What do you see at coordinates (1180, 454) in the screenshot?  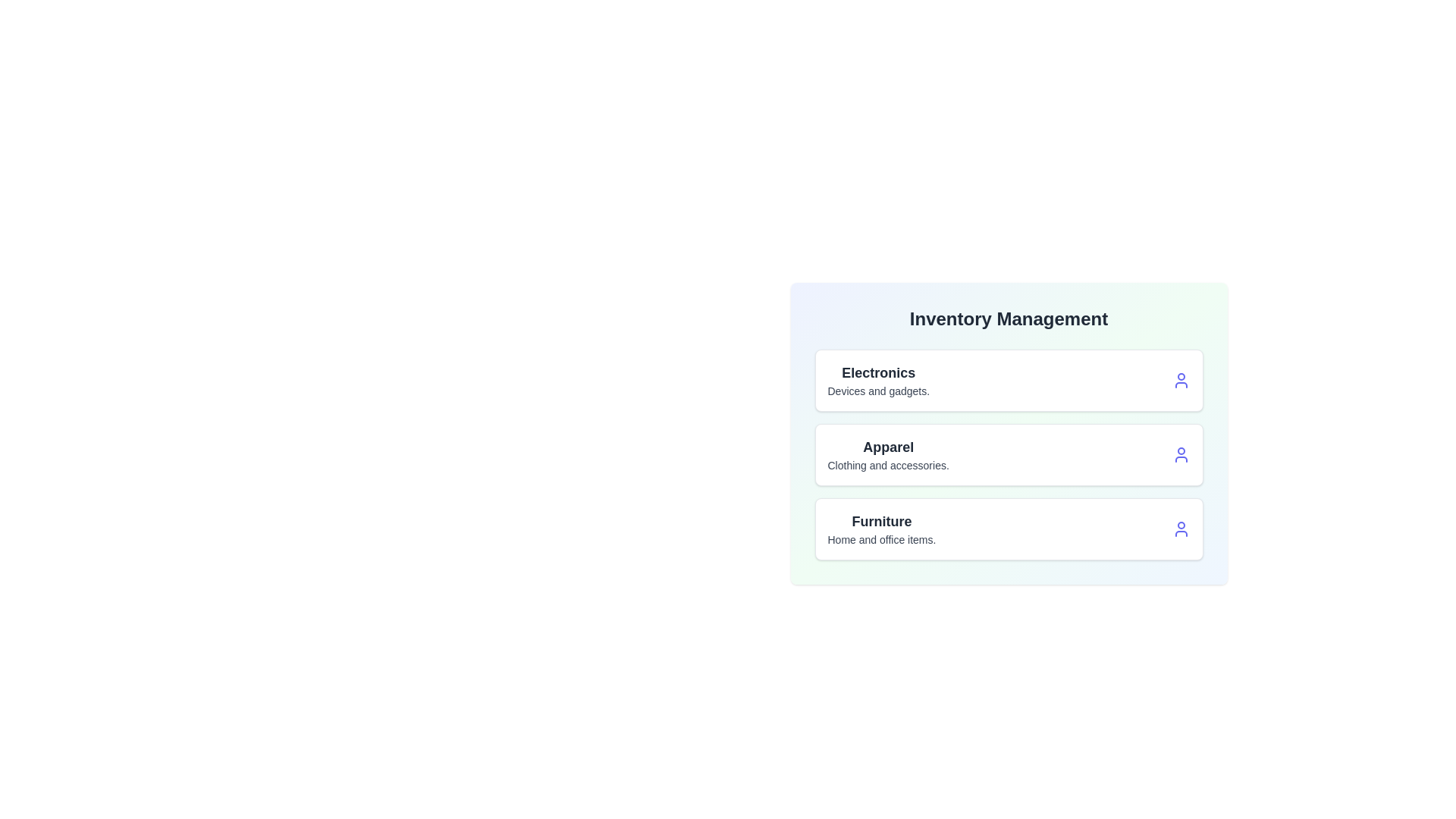 I see `the user icon for the category Apparel` at bounding box center [1180, 454].